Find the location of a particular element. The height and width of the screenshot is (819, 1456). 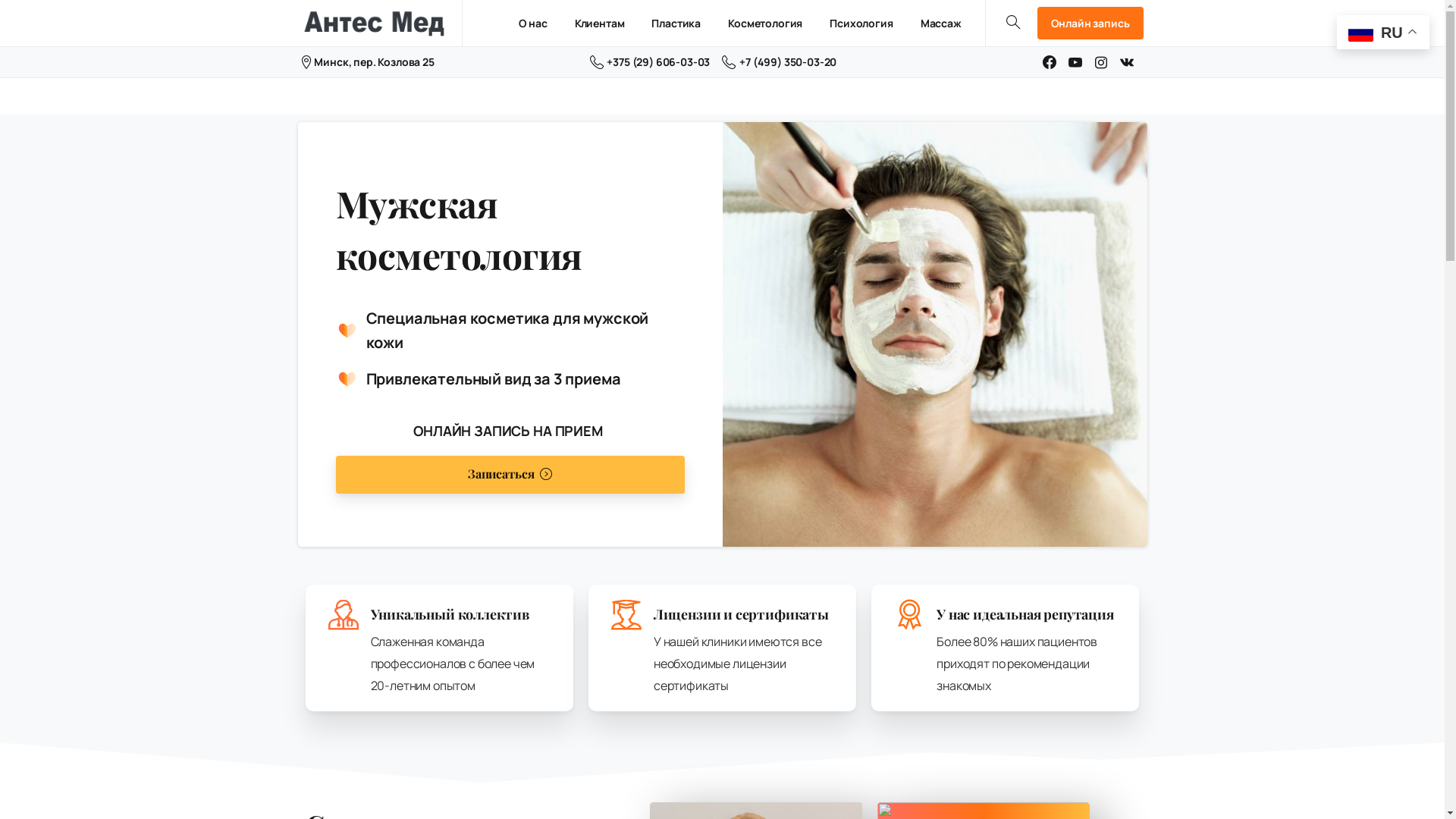

'Facebook' is located at coordinates (1048, 61).